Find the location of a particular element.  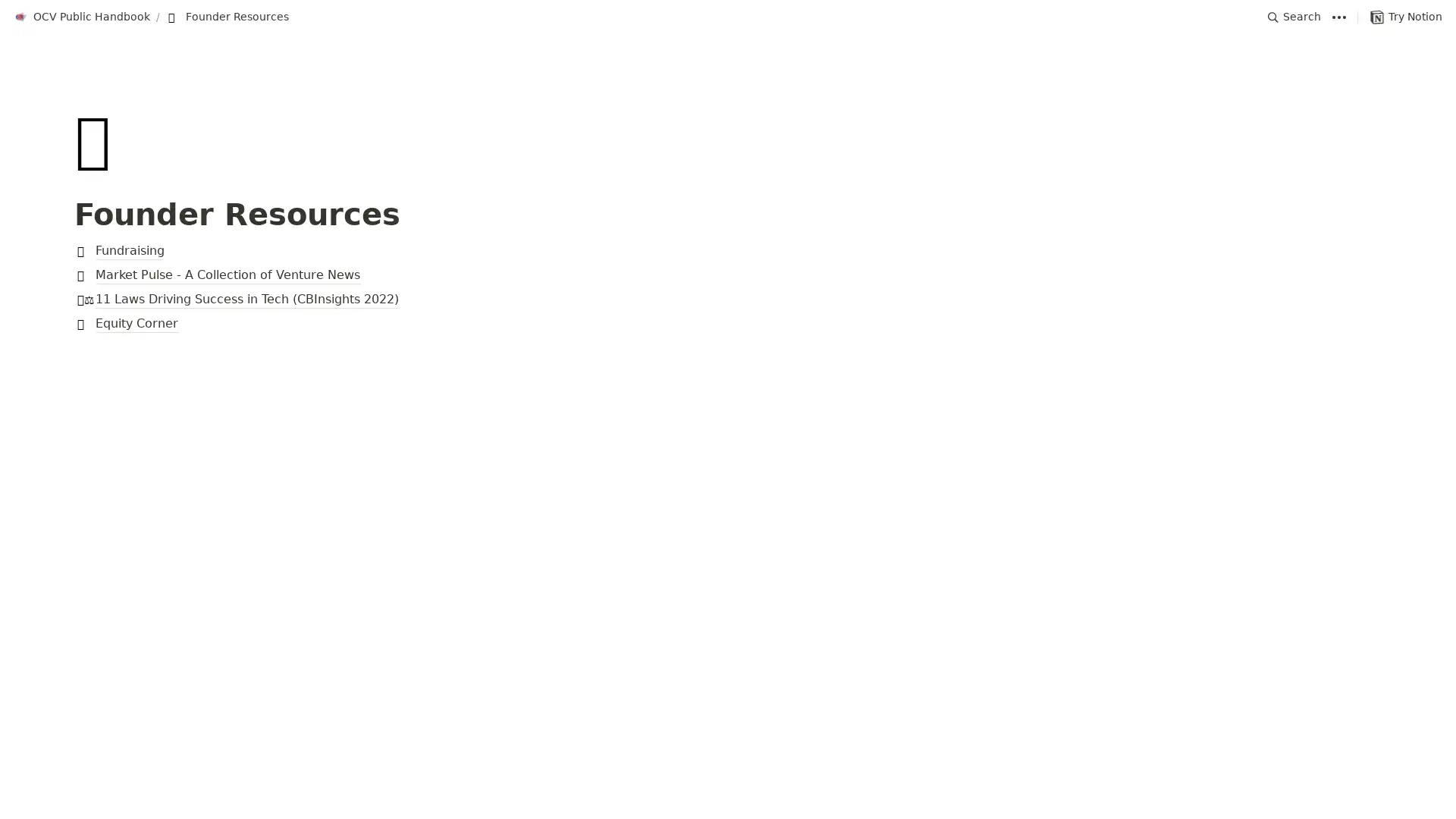

Founder Resources is located at coordinates (226, 17).